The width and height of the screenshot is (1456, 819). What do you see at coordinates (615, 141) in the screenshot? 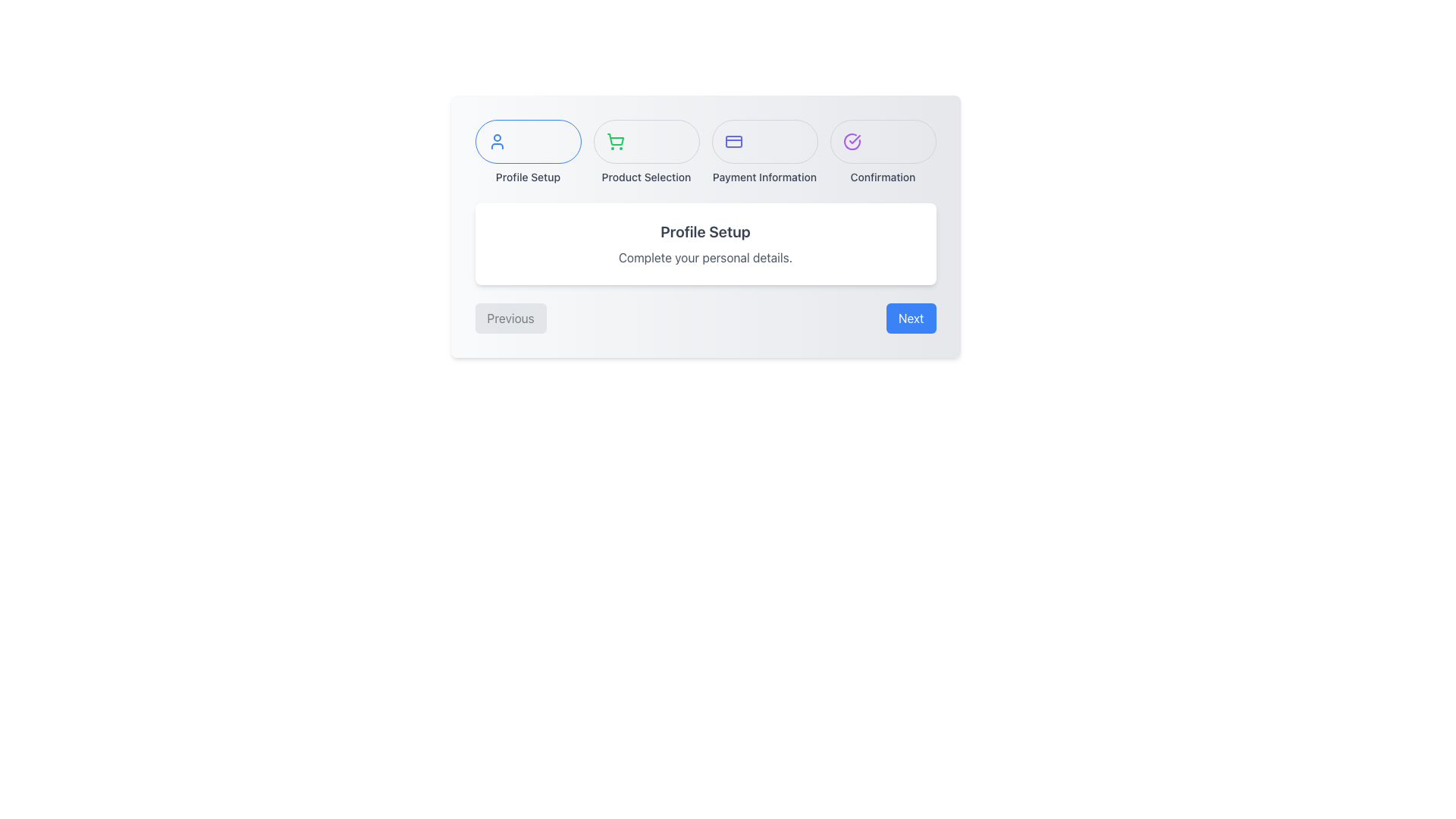
I see `the green shopping cart icon in the navigation bar` at bounding box center [615, 141].